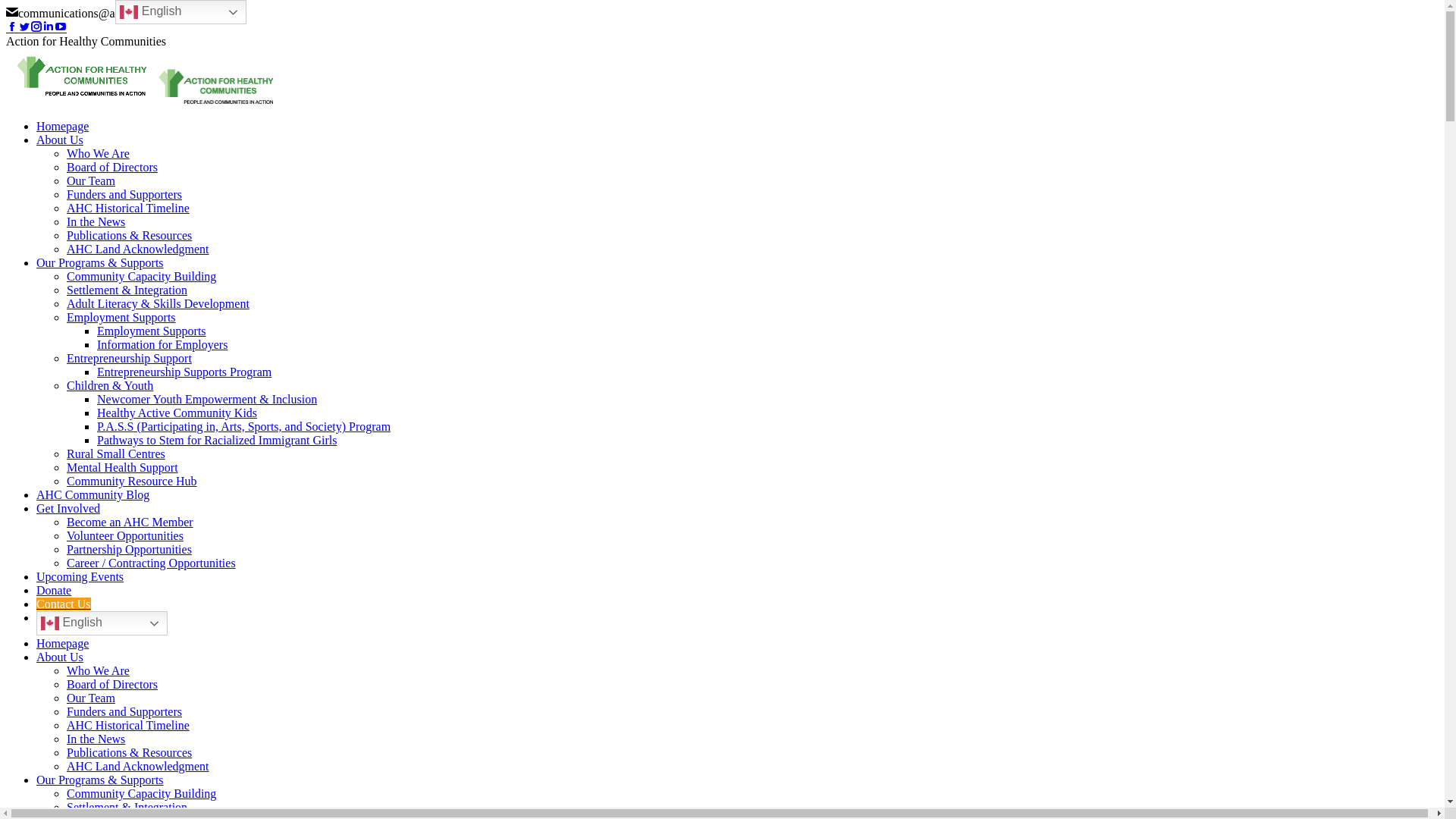 This screenshot has width=1456, height=819. What do you see at coordinates (97, 670) in the screenshot?
I see `'Who We Are'` at bounding box center [97, 670].